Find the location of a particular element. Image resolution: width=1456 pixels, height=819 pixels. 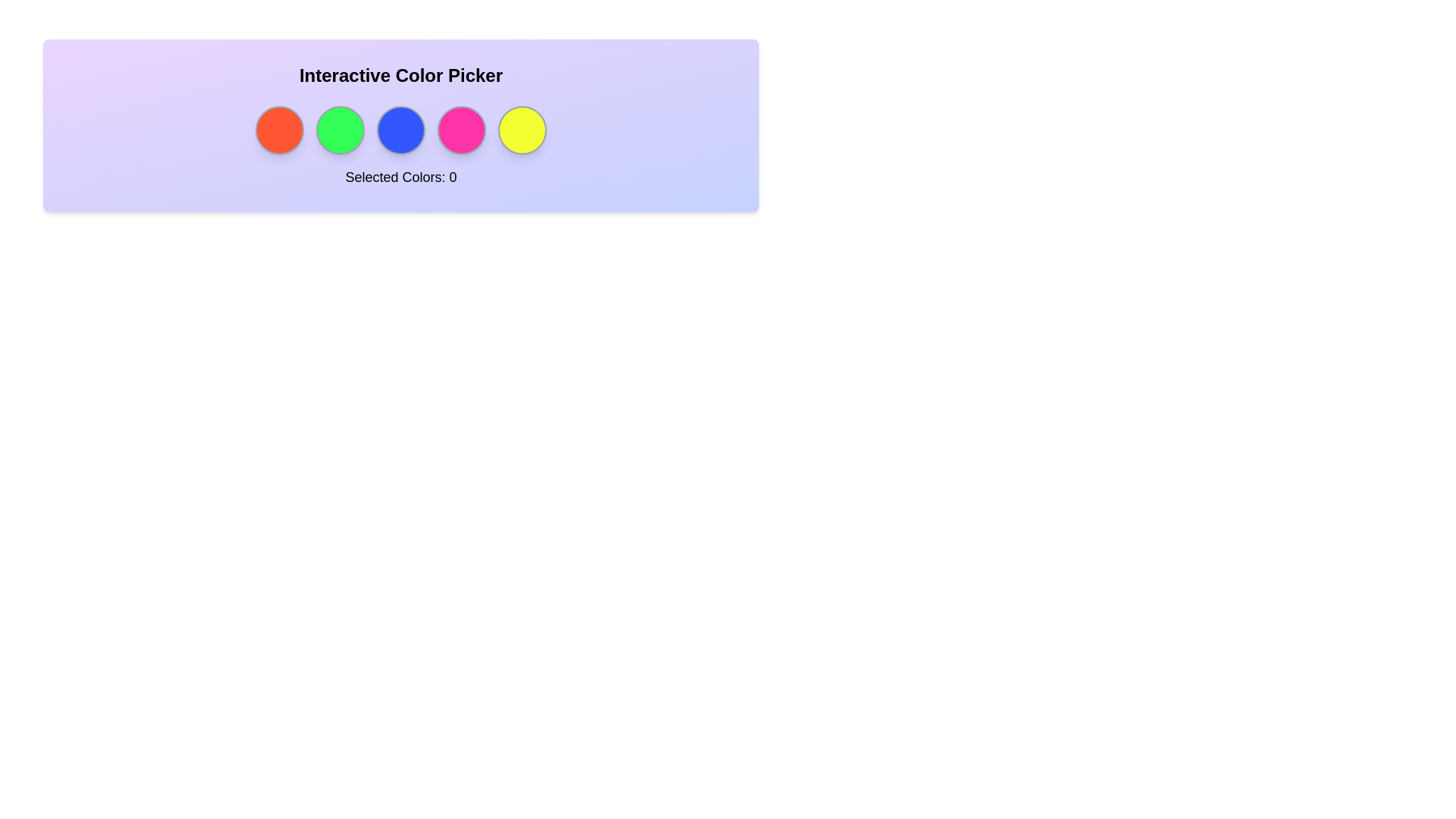

the circle corresponding to the color pink is located at coordinates (461, 130).